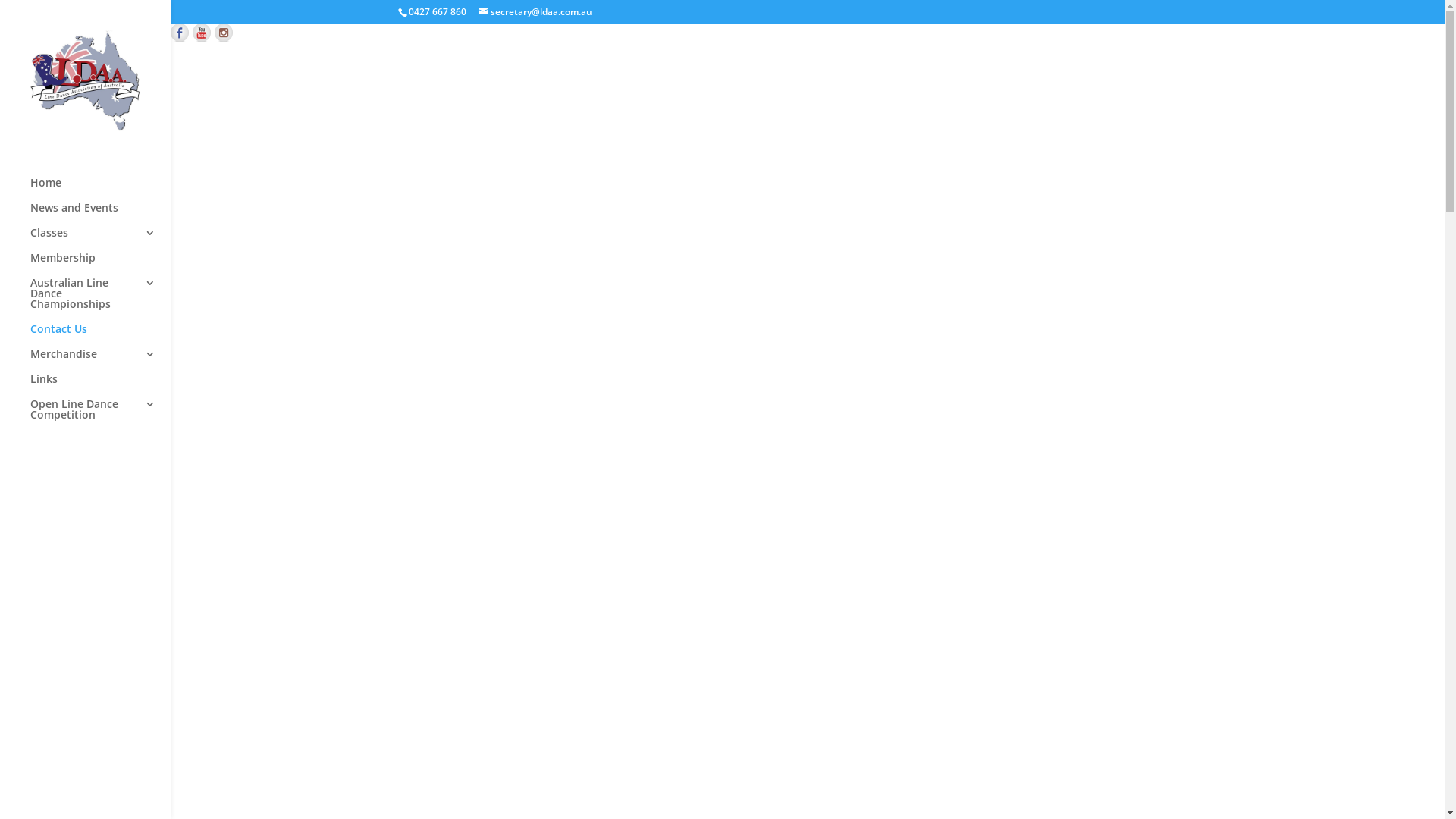 Image resolution: width=1456 pixels, height=819 pixels. Describe the element at coordinates (535, 11) in the screenshot. I see `'secretary@ldaa.com.au'` at that location.